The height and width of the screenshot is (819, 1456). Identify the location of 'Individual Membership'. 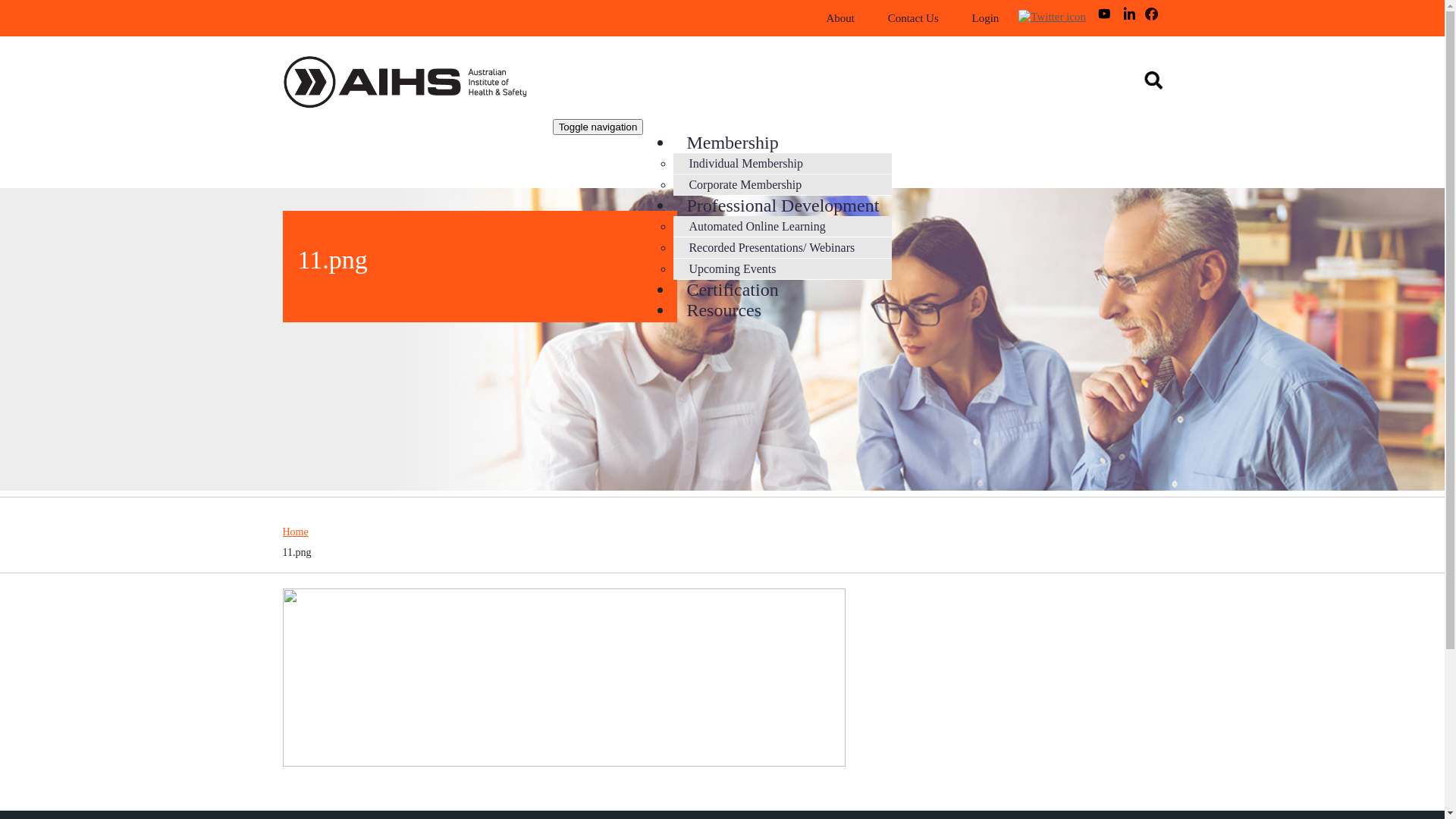
(745, 163).